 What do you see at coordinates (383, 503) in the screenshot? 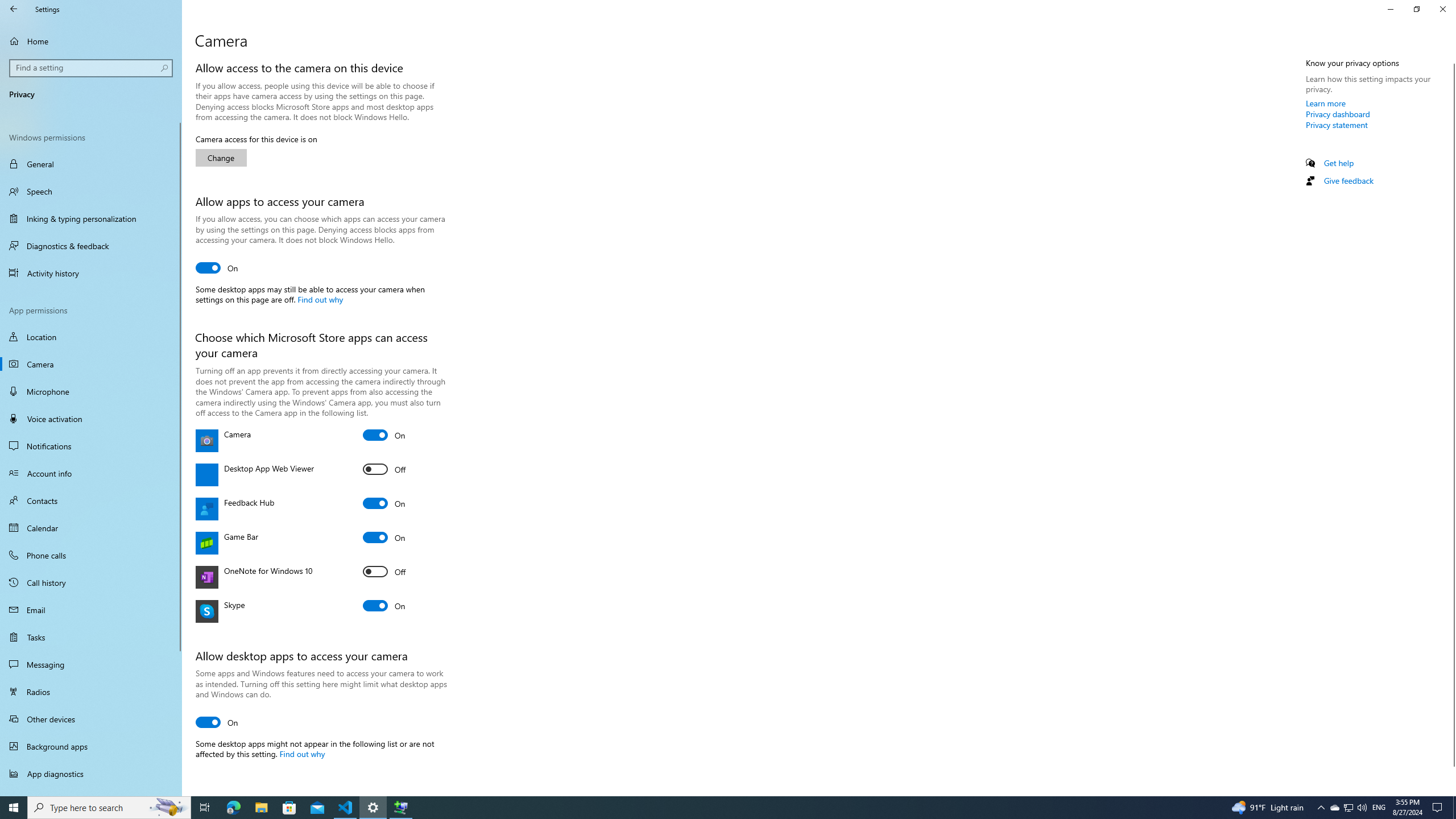
I see `'Feedback Hub'` at bounding box center [383, 503].